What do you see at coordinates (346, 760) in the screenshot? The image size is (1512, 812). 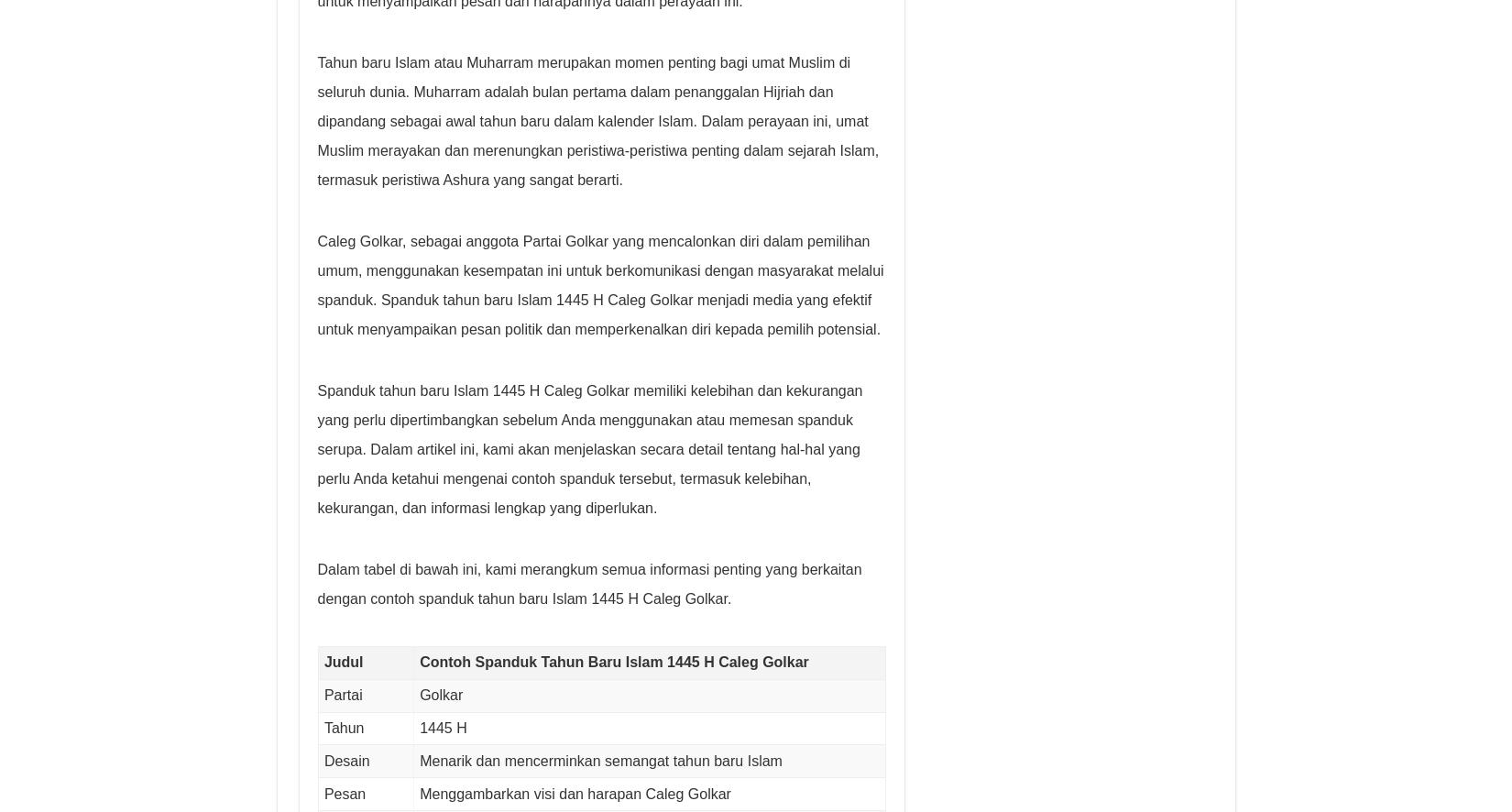 I see `'Desain'` at bounding box center [346, 760].